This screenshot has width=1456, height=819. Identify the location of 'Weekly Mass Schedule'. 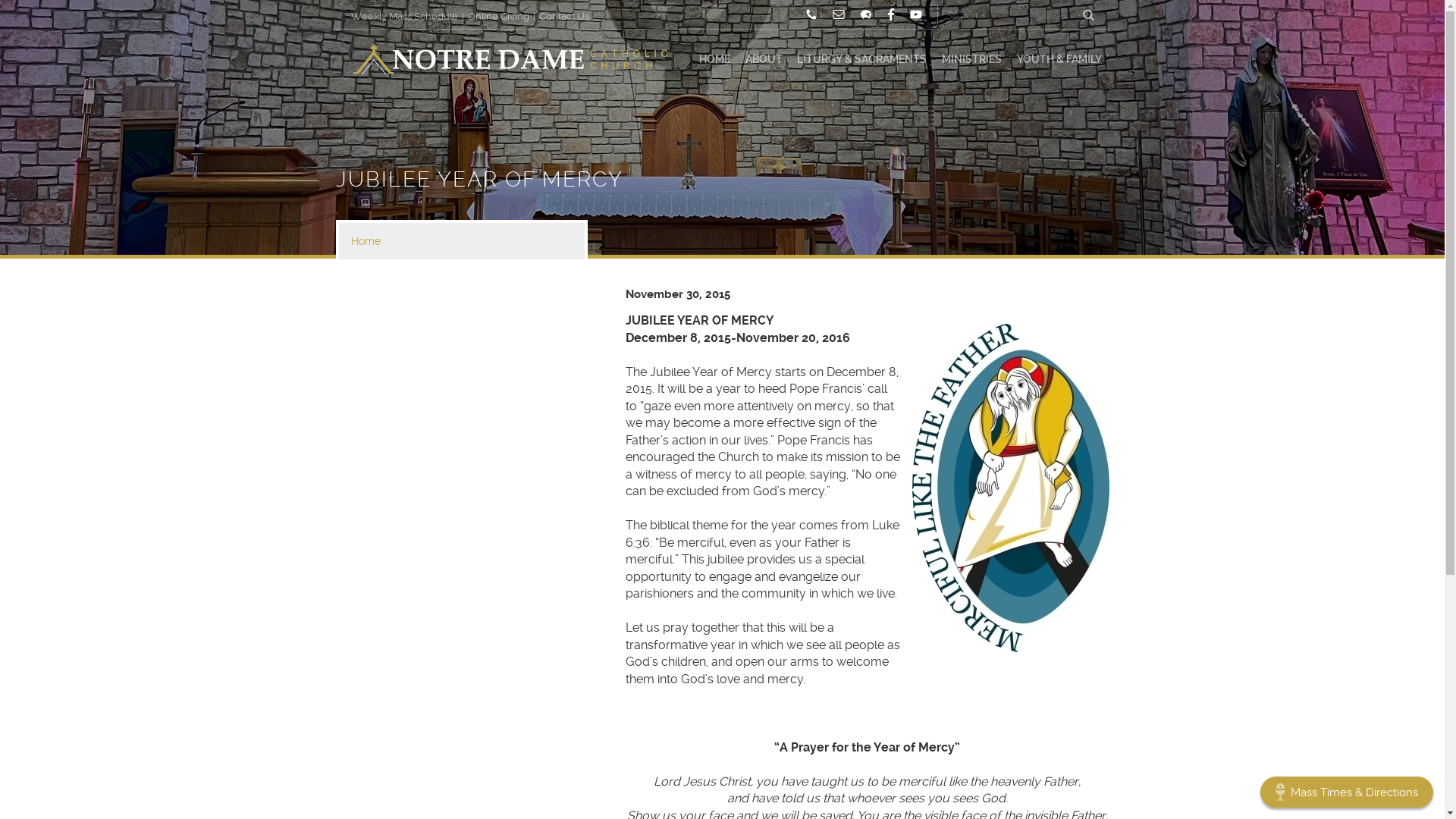
(405, 17).